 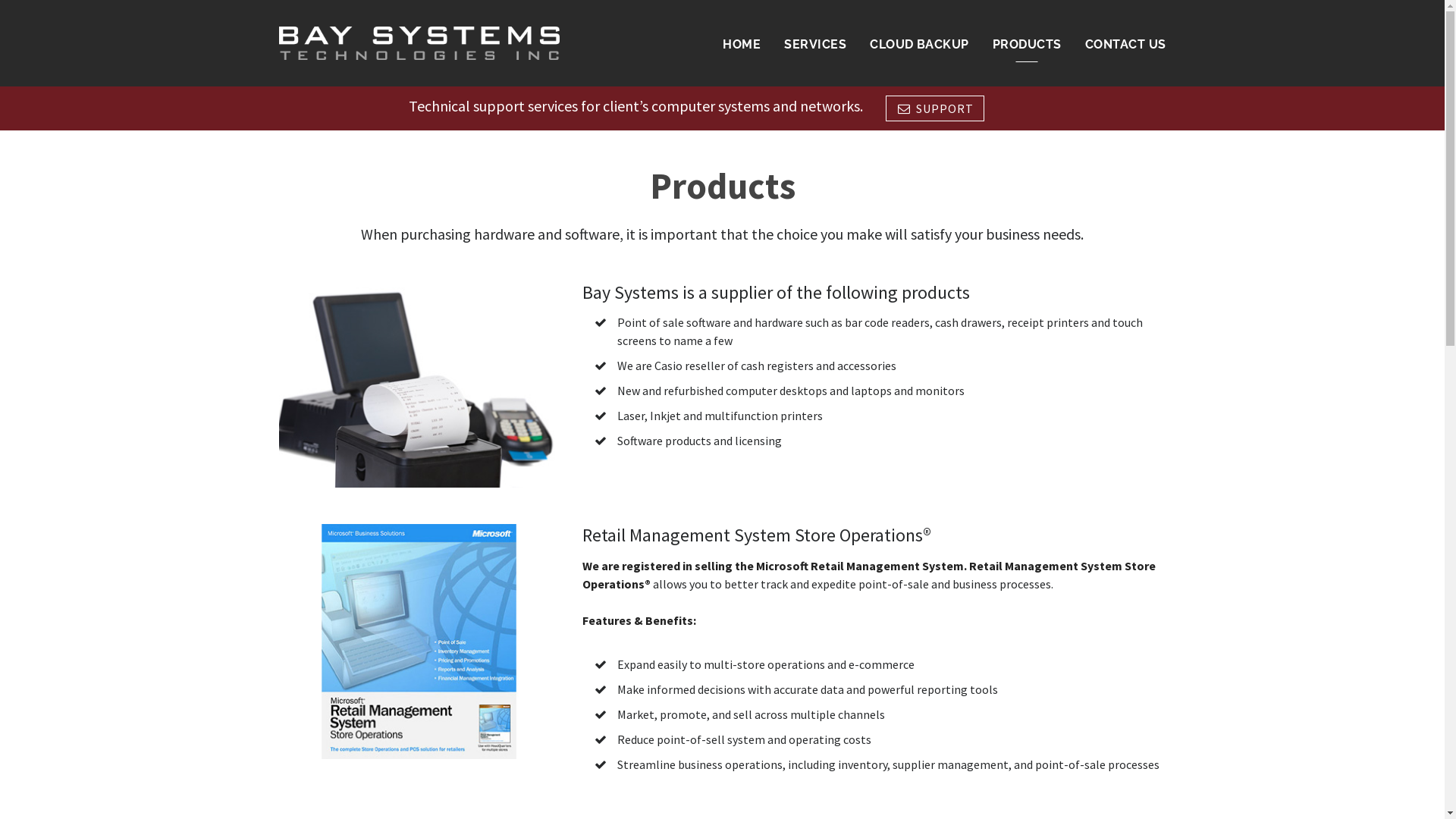 What do you see at coordinates (934, 107) in the screenshot?
I see `'SUPPORT'` at bounding box center [934, 107].